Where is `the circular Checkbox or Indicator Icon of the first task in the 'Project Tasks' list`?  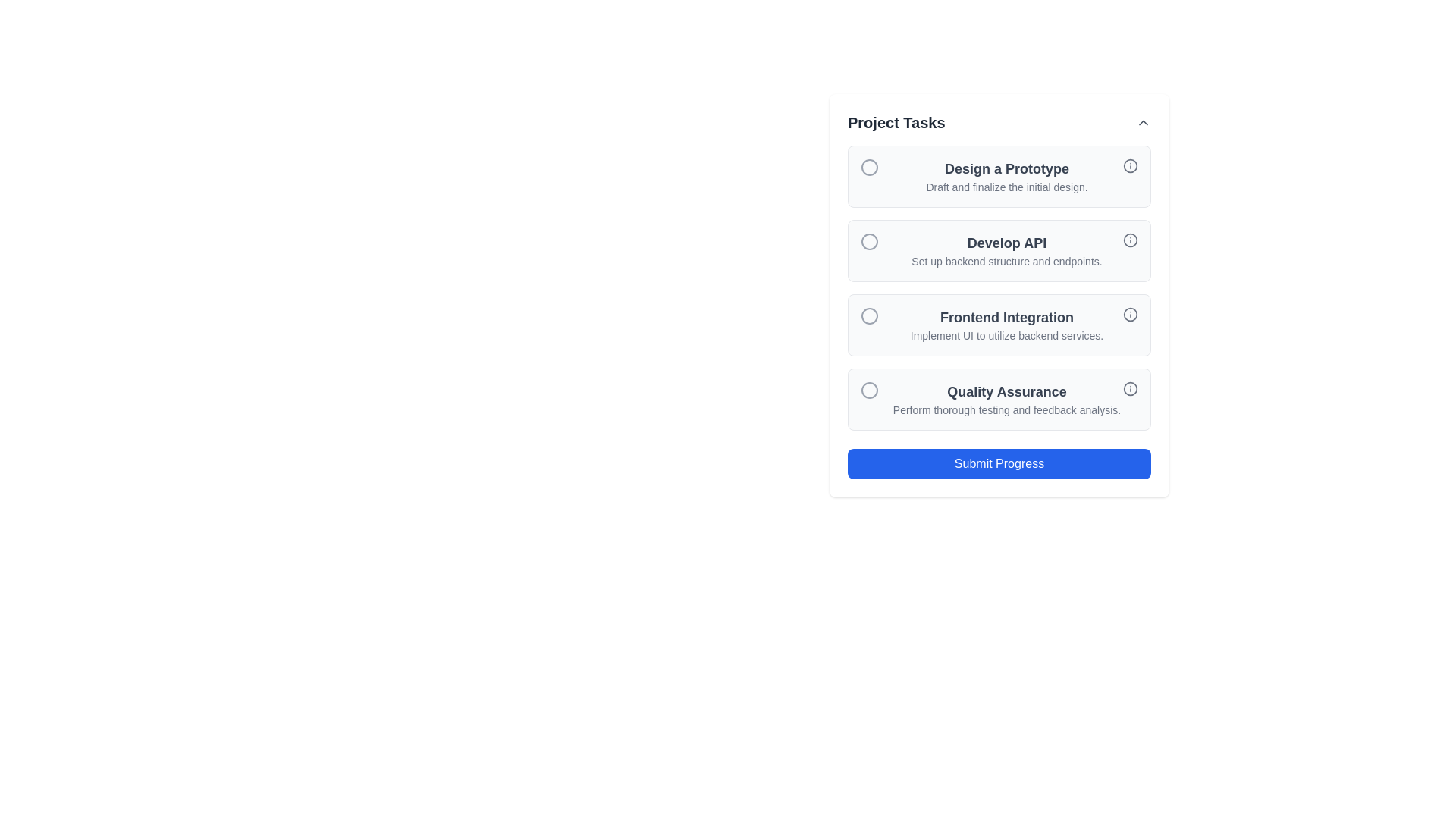
the circular Checkbox or Indicator Icon of the first task in the 'Project Tasks' list is located at coordinates (870, 167).